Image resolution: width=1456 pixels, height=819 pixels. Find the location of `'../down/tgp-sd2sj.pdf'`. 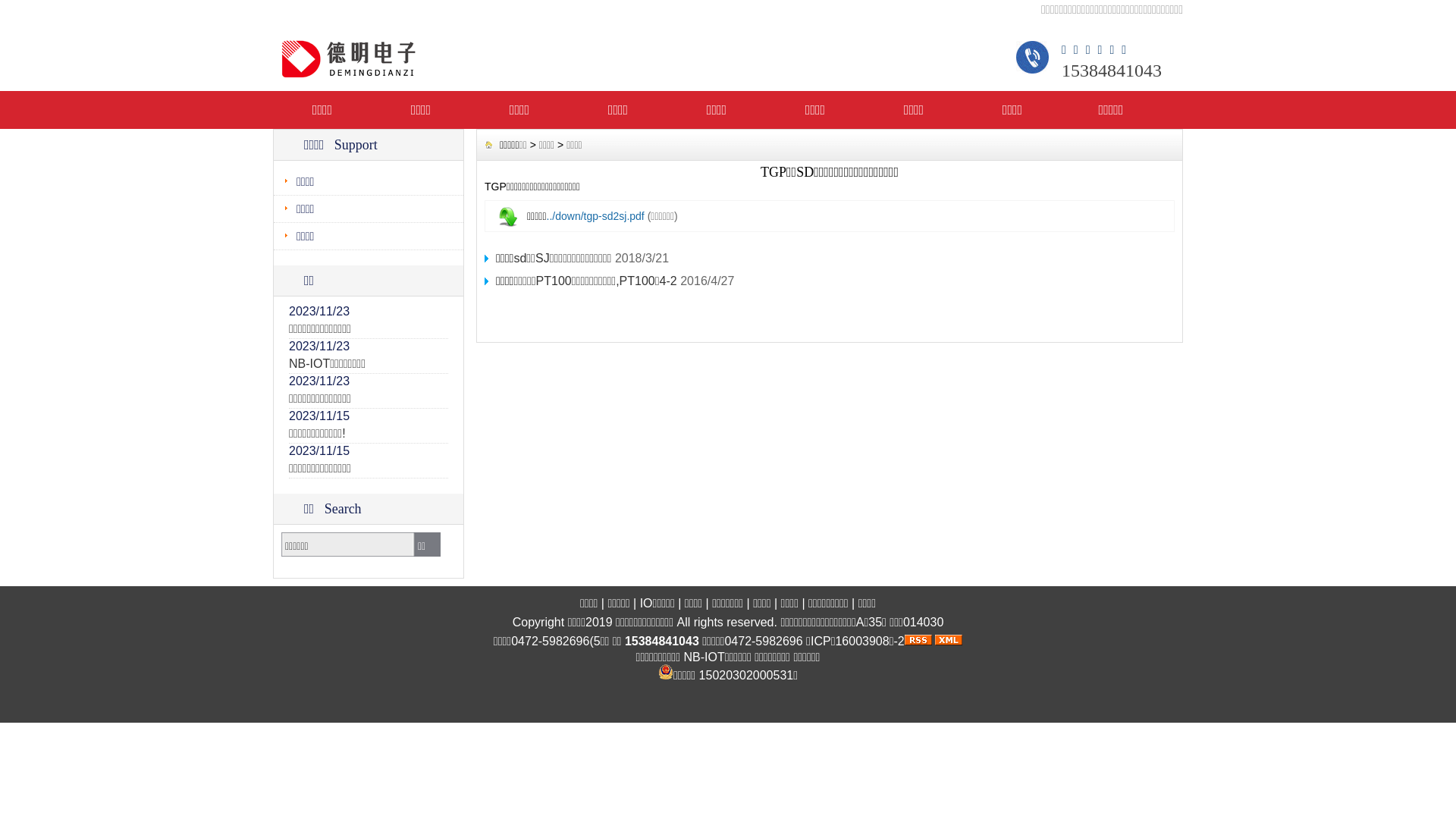

'../down/tgp-sd2sj.pdf' is located at coordinates (595, 216).